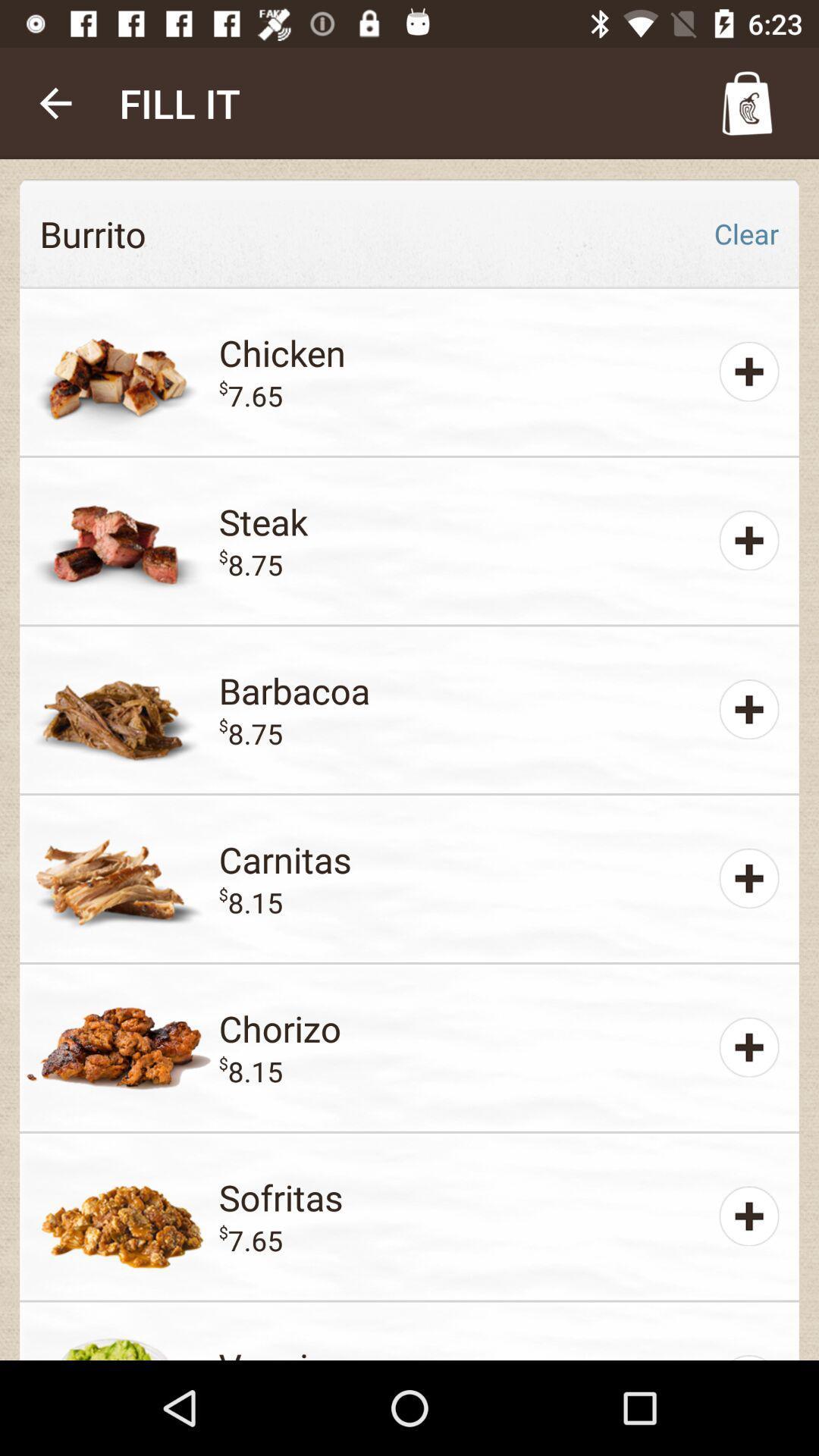  I want to click on the plus option which is beside chicken, so click(748, 372).